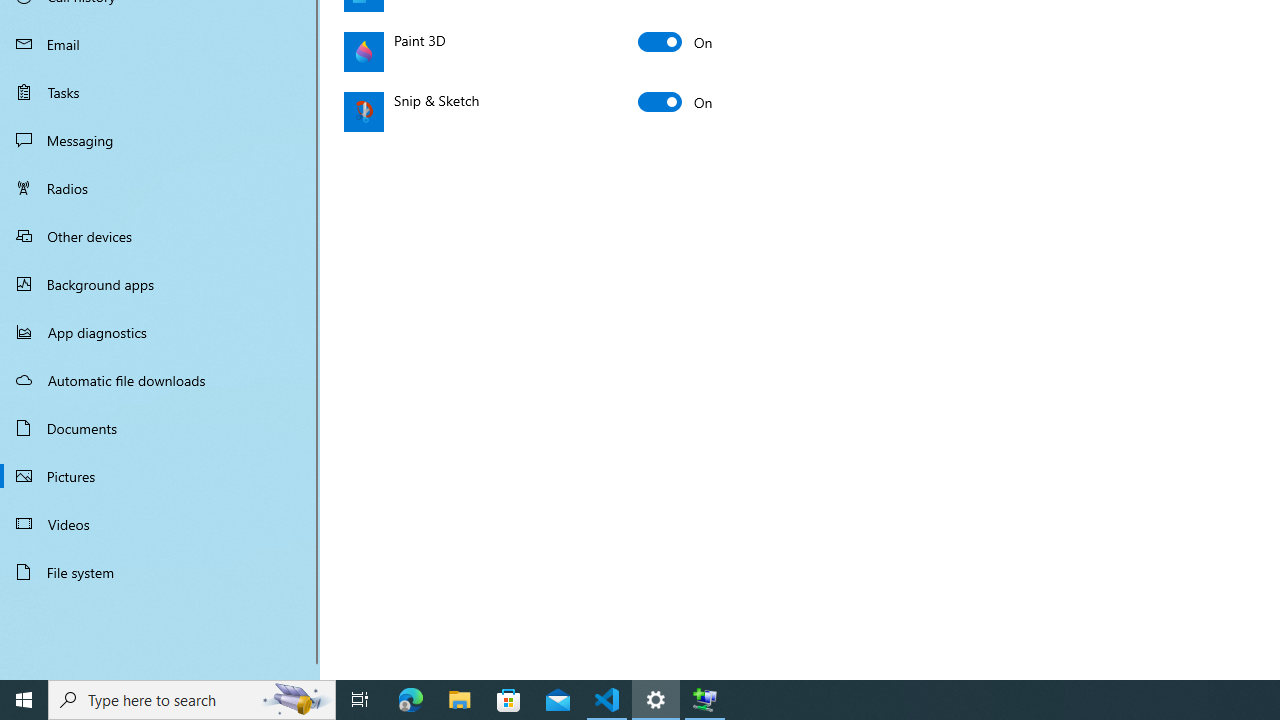 Image resolution: width=1280 pixels, height=720 pixels. Describe the element at coordinates (160, 139) in the screenshot. I see `'Messaging'` at that location.